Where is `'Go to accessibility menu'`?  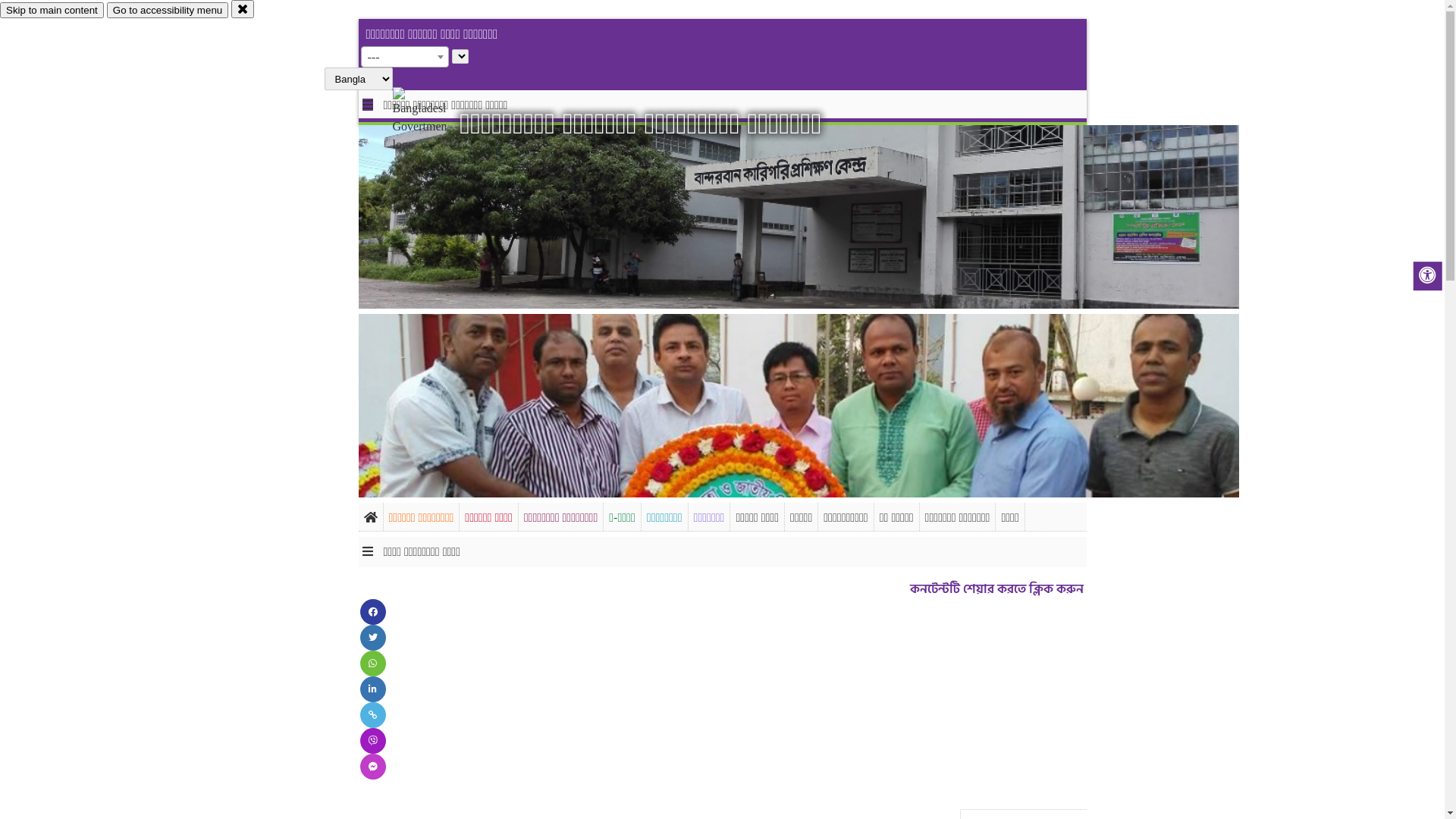
'Go to accessibility menu' is located at coordinates (167, 10).